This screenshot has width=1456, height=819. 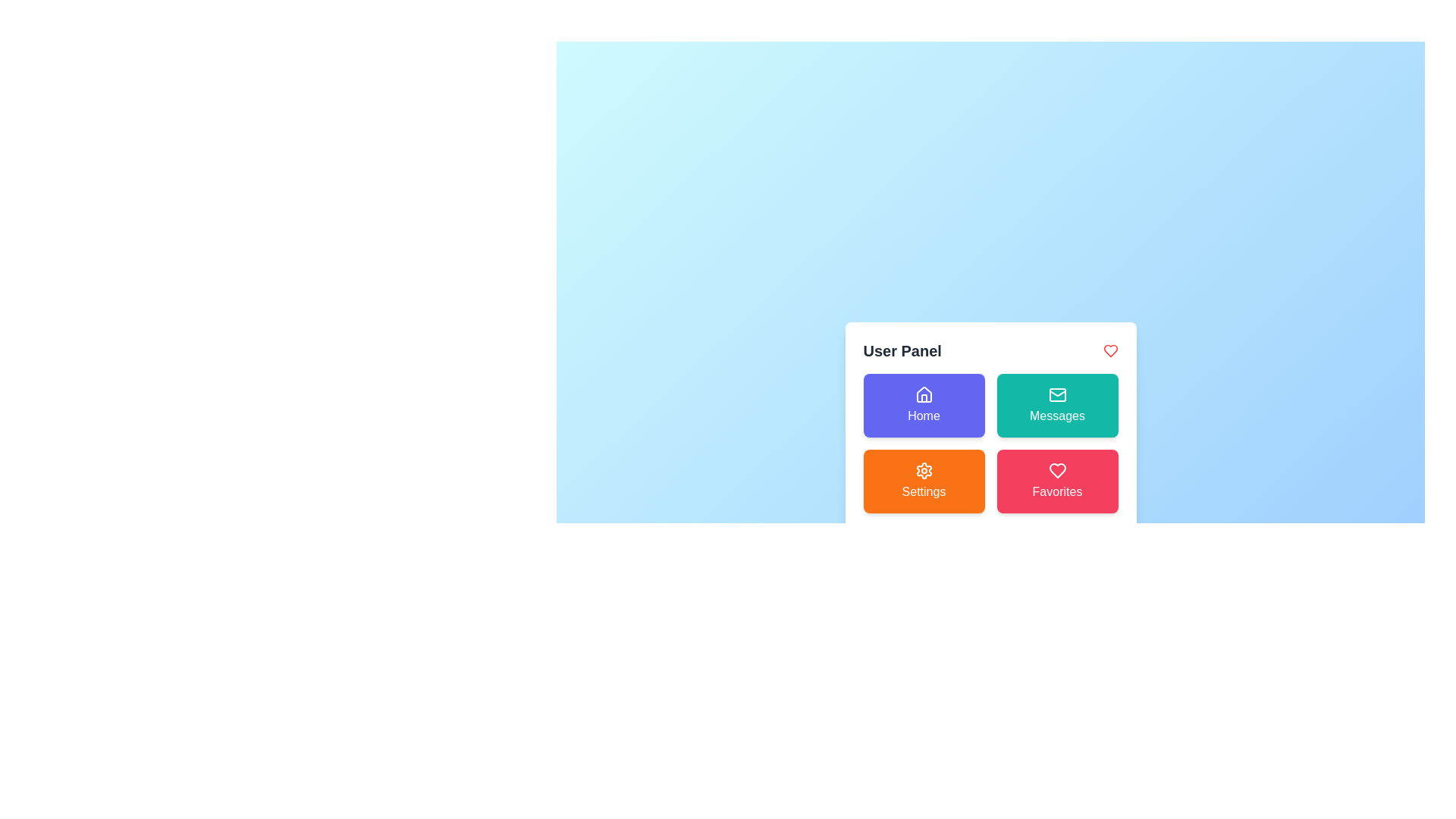 I want to click on the settings icon located within the third button of a 2x2 grid layout below the 'User Panel' heading, so click(x=923, y=470).